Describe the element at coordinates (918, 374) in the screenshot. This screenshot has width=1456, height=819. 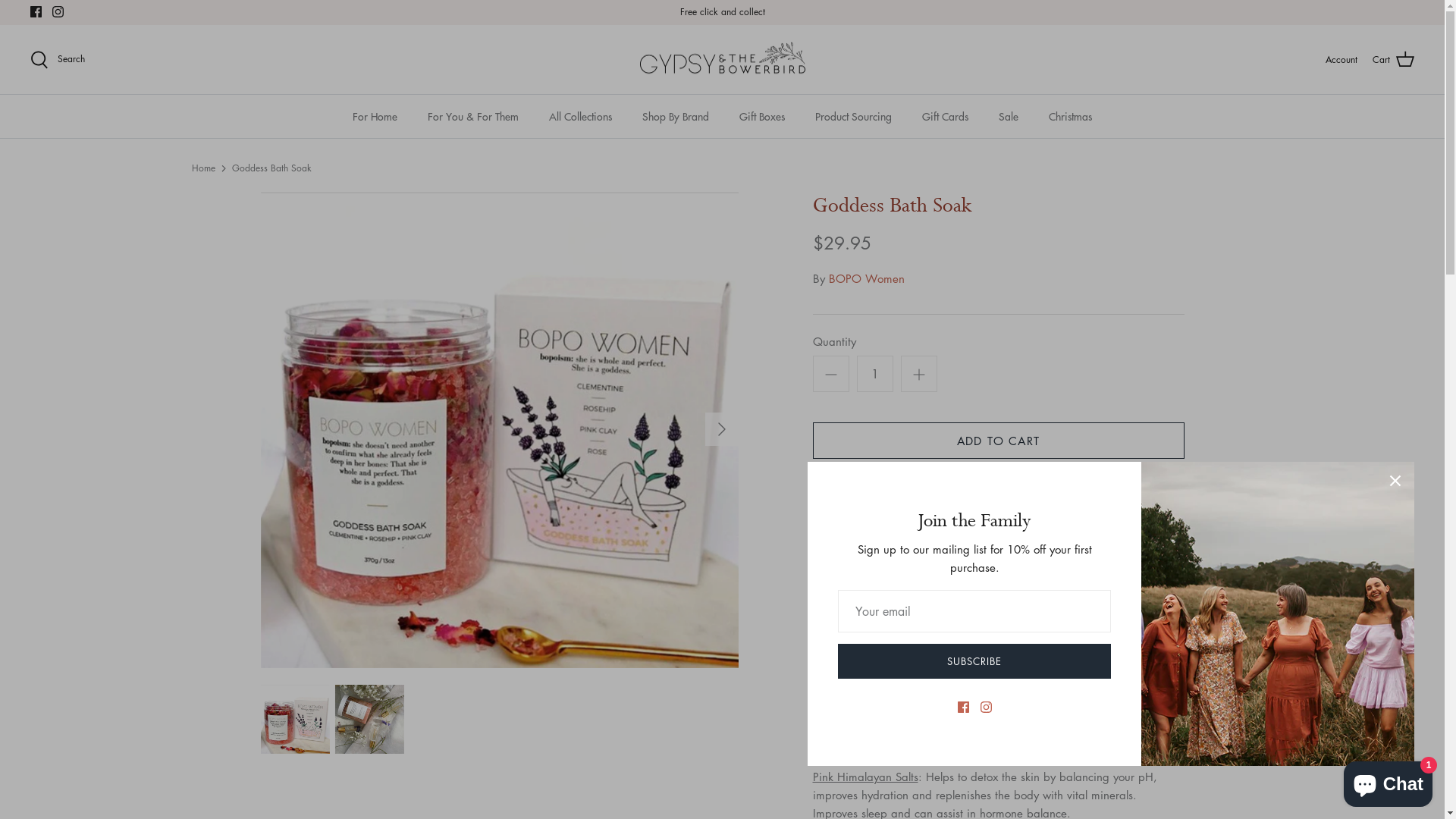
I see `'Plus'` at that location.